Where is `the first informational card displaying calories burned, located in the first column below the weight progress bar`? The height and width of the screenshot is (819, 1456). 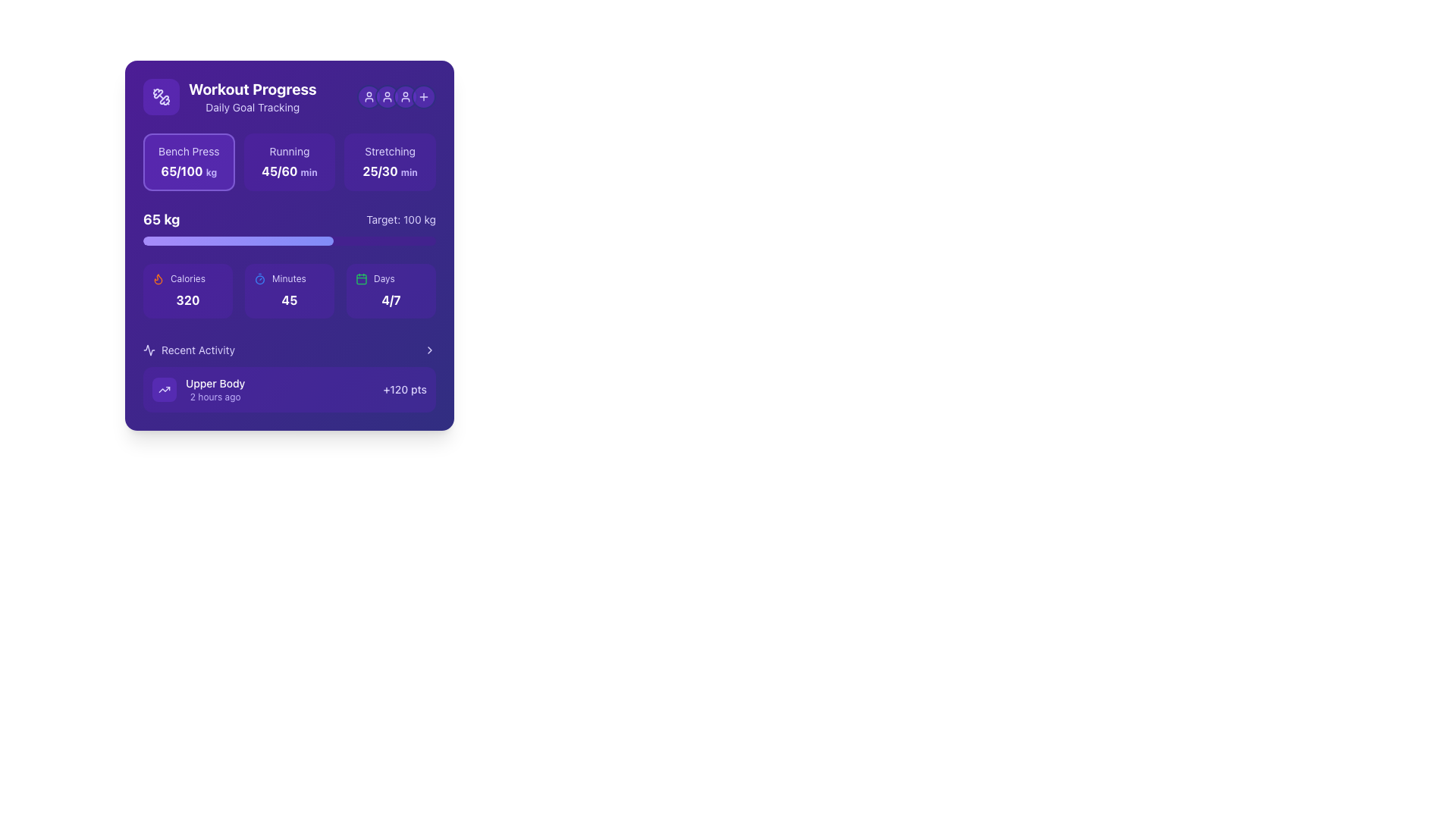
the first informational card displaying calories burned, located in the first column below the weight progress bar is located at coordinates (187, 291).